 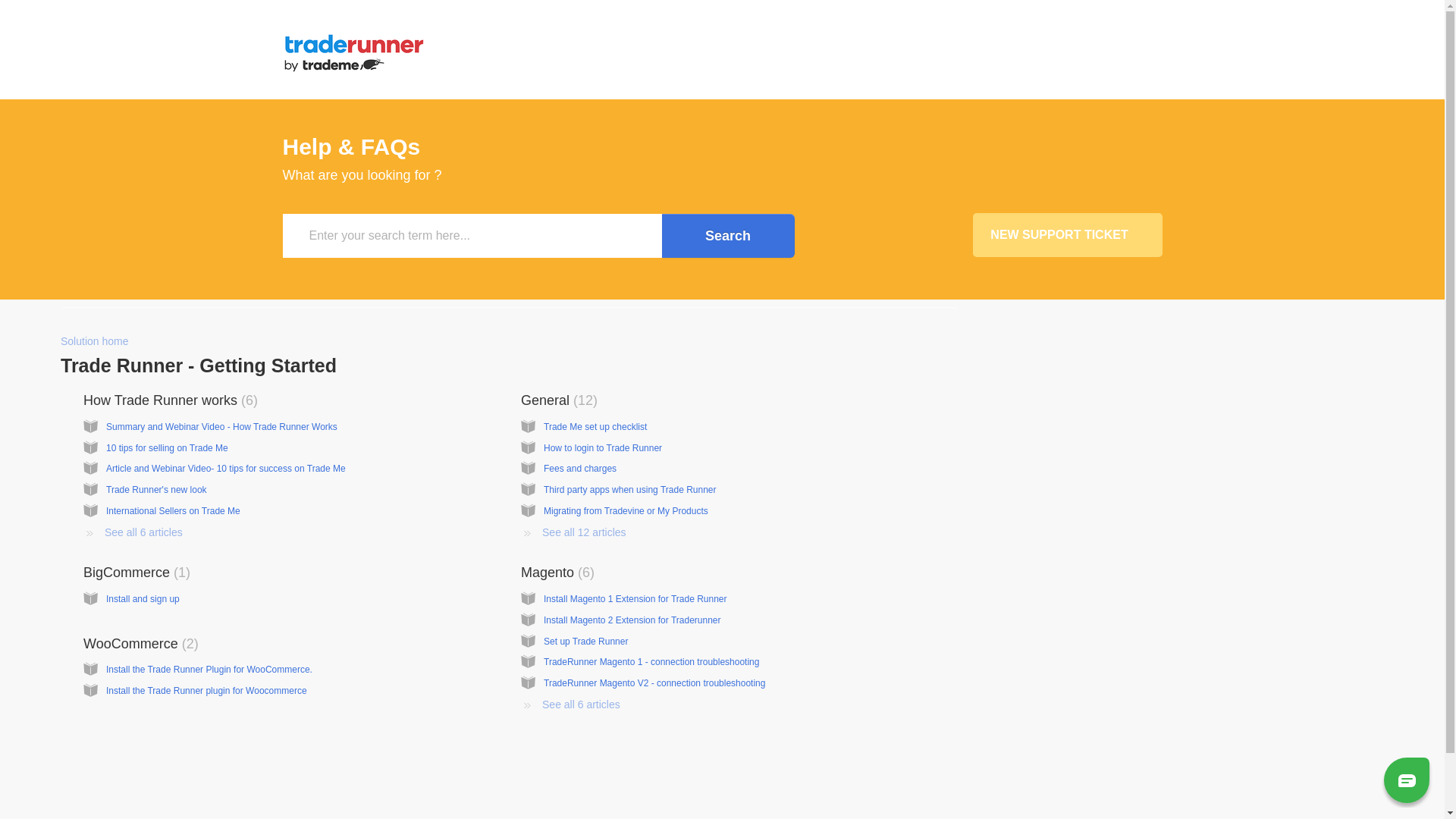 I want to click on 'Install Magento 2 Extension for Traderunner', so click(x=632, y=620).